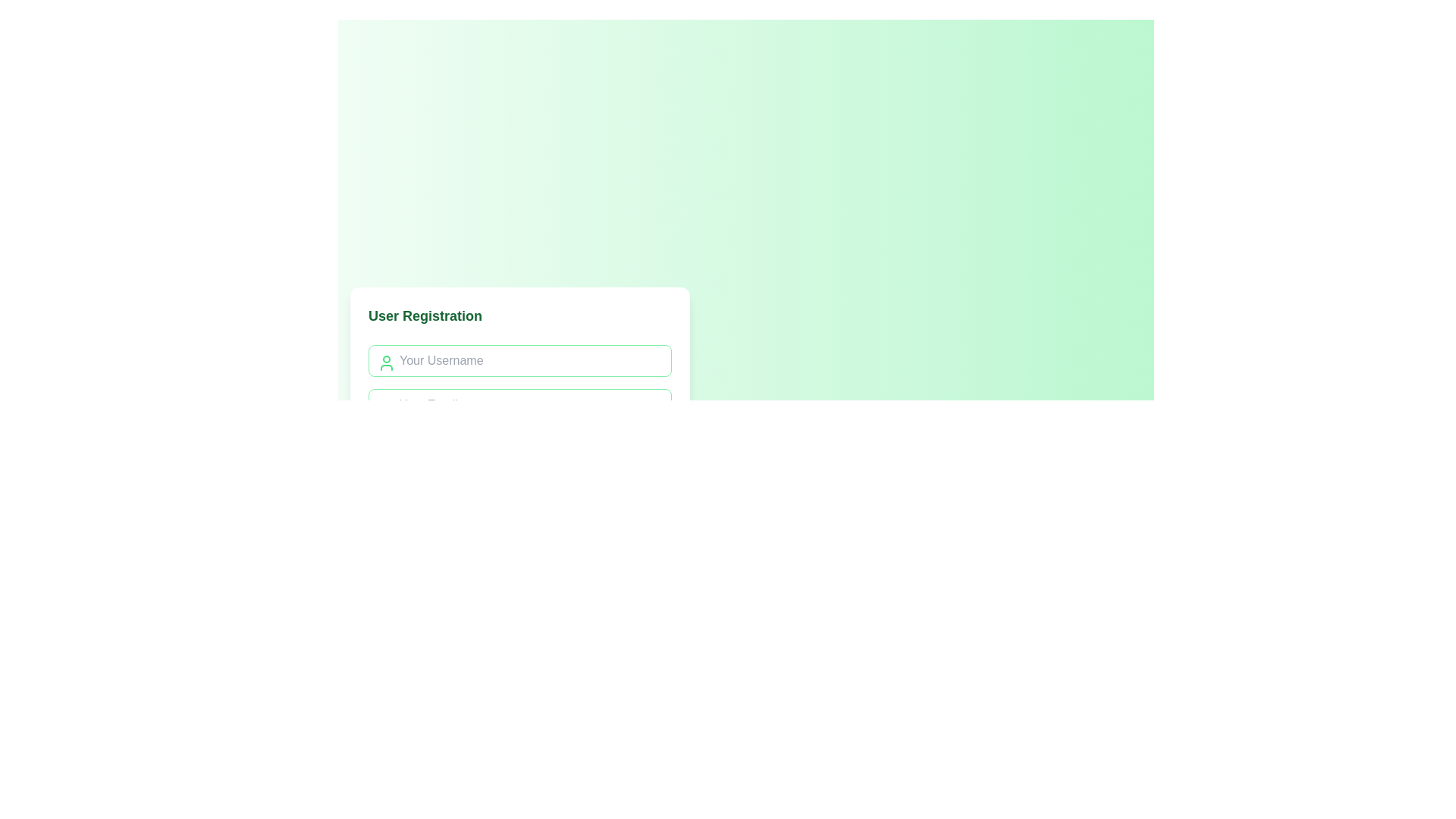 The height and width of the screenshot is (819, 1456). I want to click on the SVG icon located at the top-left corner of the email input field in the registration form, which indicates the purpose of the field for entering an email address, so click(386, 406).